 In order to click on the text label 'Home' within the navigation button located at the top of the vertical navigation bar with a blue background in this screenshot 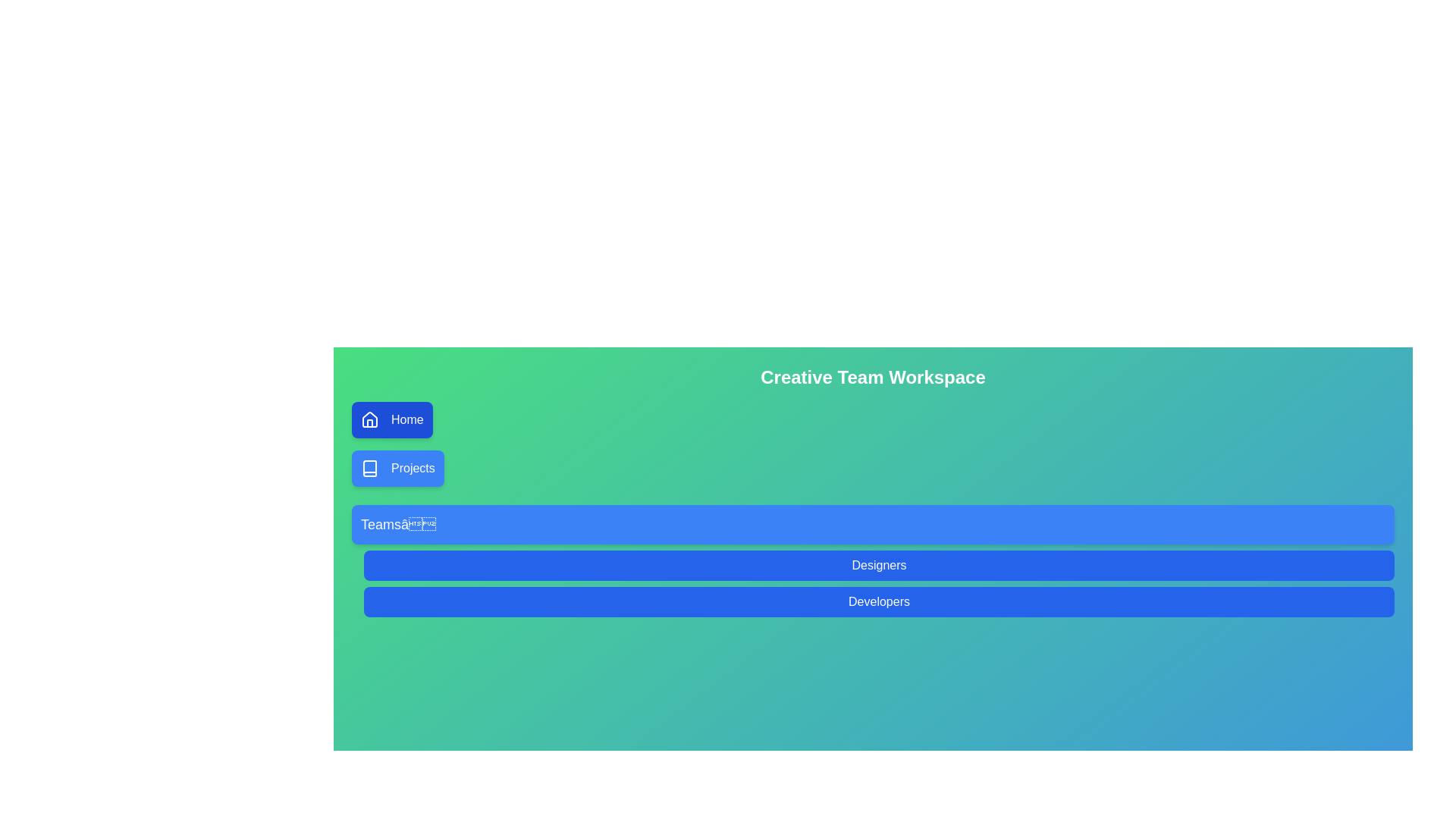, I will do `click(407, 420)`.